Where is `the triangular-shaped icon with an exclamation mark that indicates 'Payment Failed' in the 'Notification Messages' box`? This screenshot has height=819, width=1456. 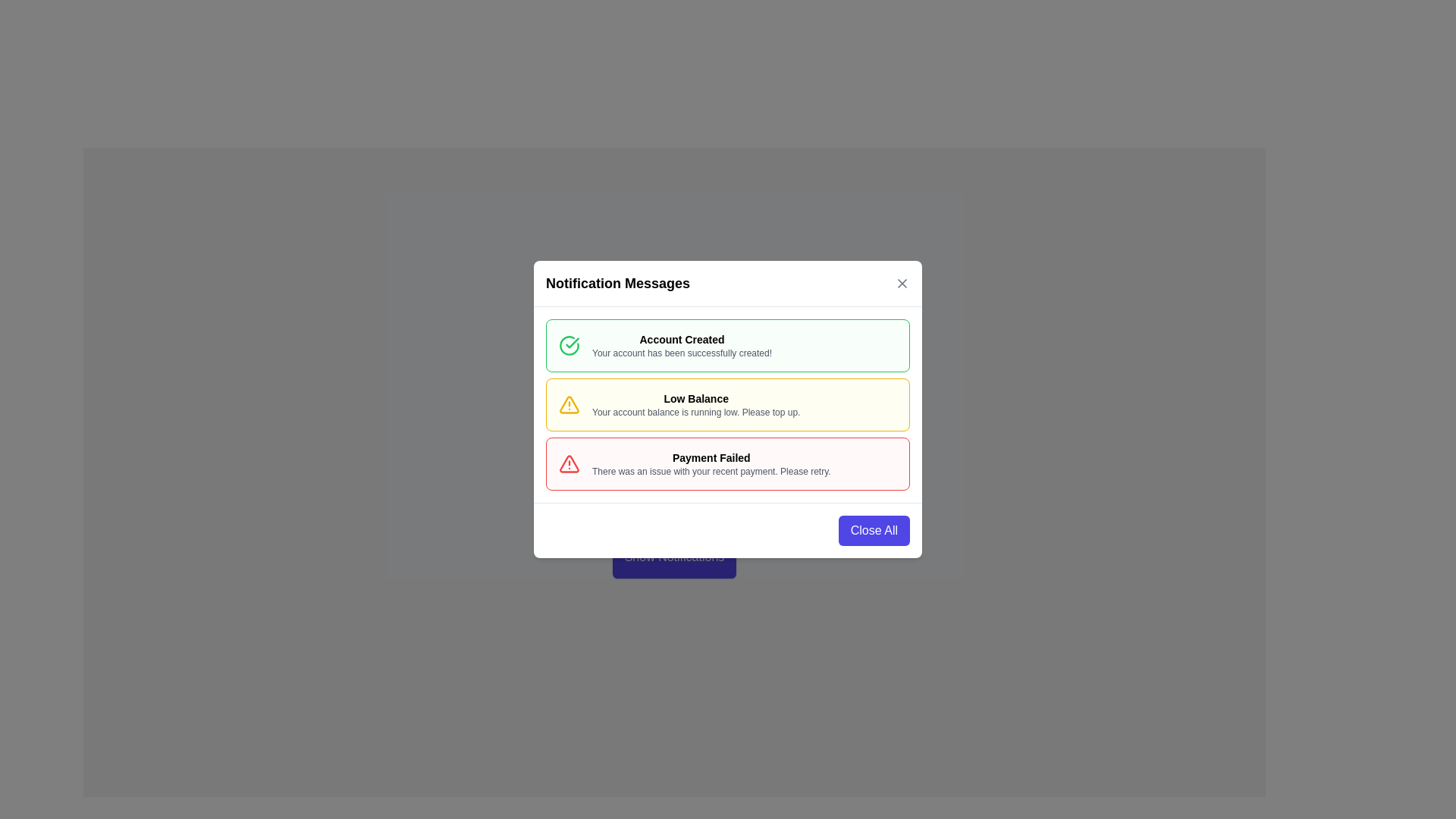 the triangular-shaped icon with an exclamation mark that indicates 'Payment Failed' in the 'Notification Messages' box is located at coordinates (568, 463).